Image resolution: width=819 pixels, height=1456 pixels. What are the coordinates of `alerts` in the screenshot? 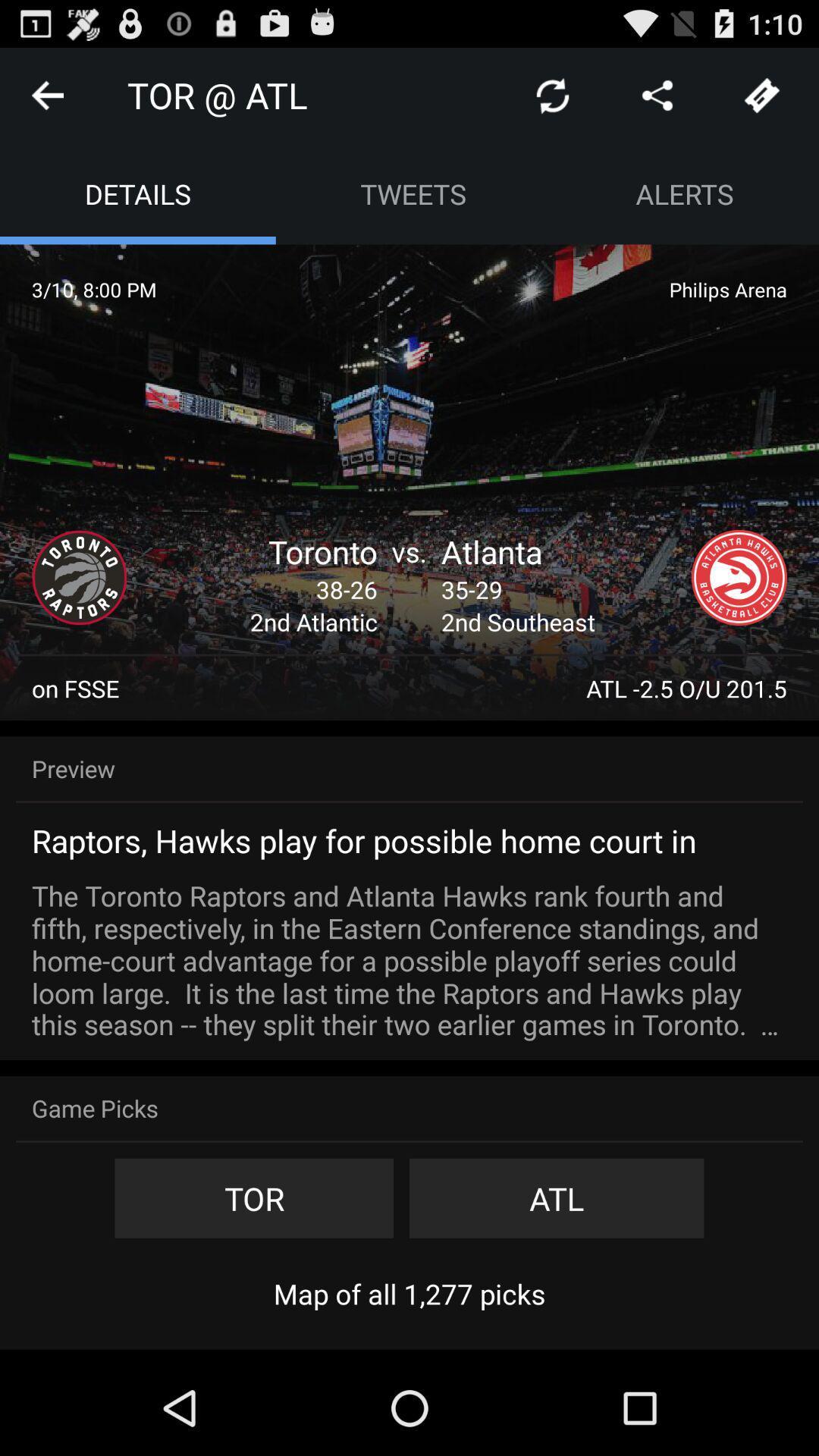 It's located at (685, 193).